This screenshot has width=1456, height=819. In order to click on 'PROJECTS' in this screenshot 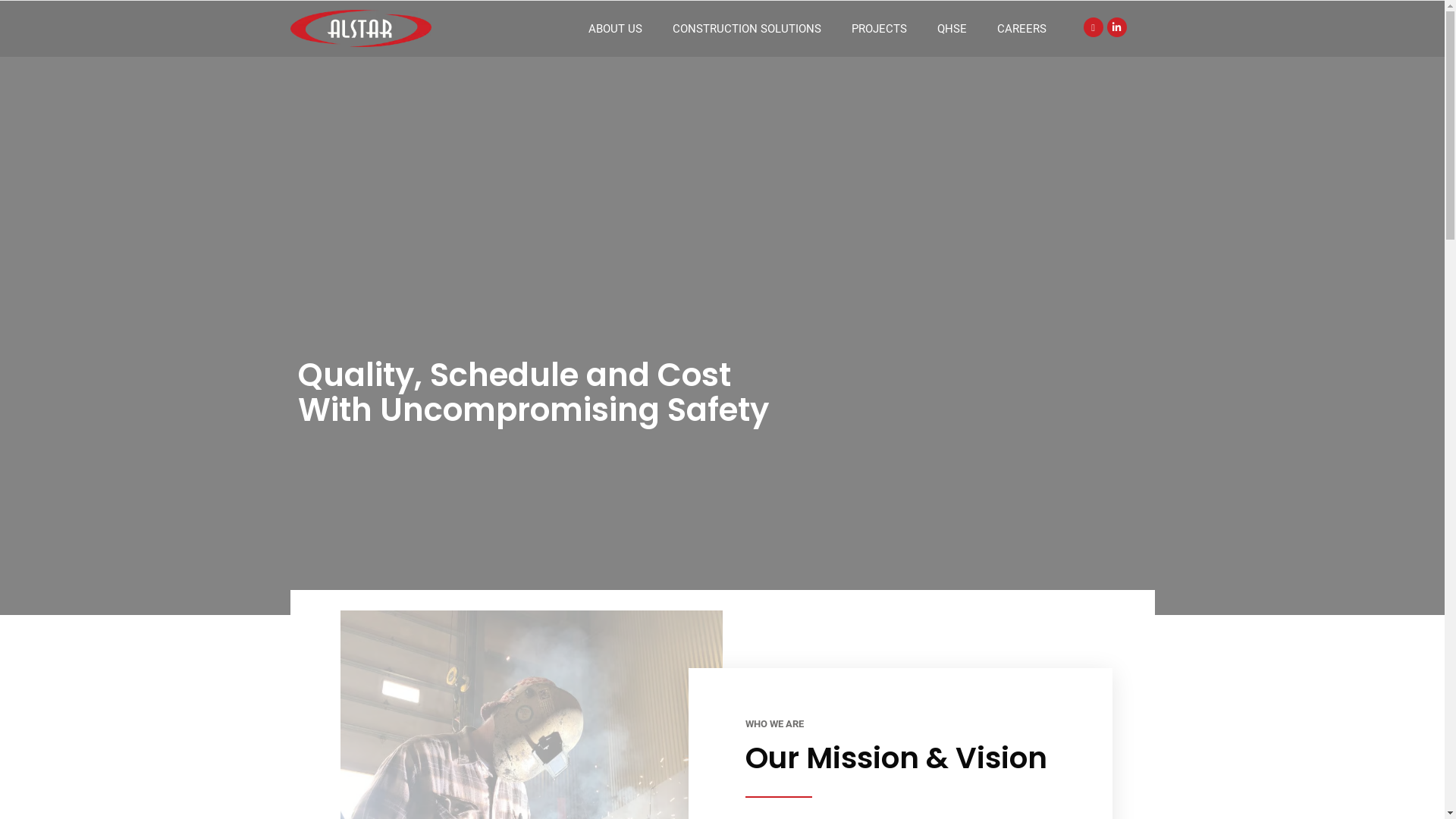, I will do `click(879, 29)`.